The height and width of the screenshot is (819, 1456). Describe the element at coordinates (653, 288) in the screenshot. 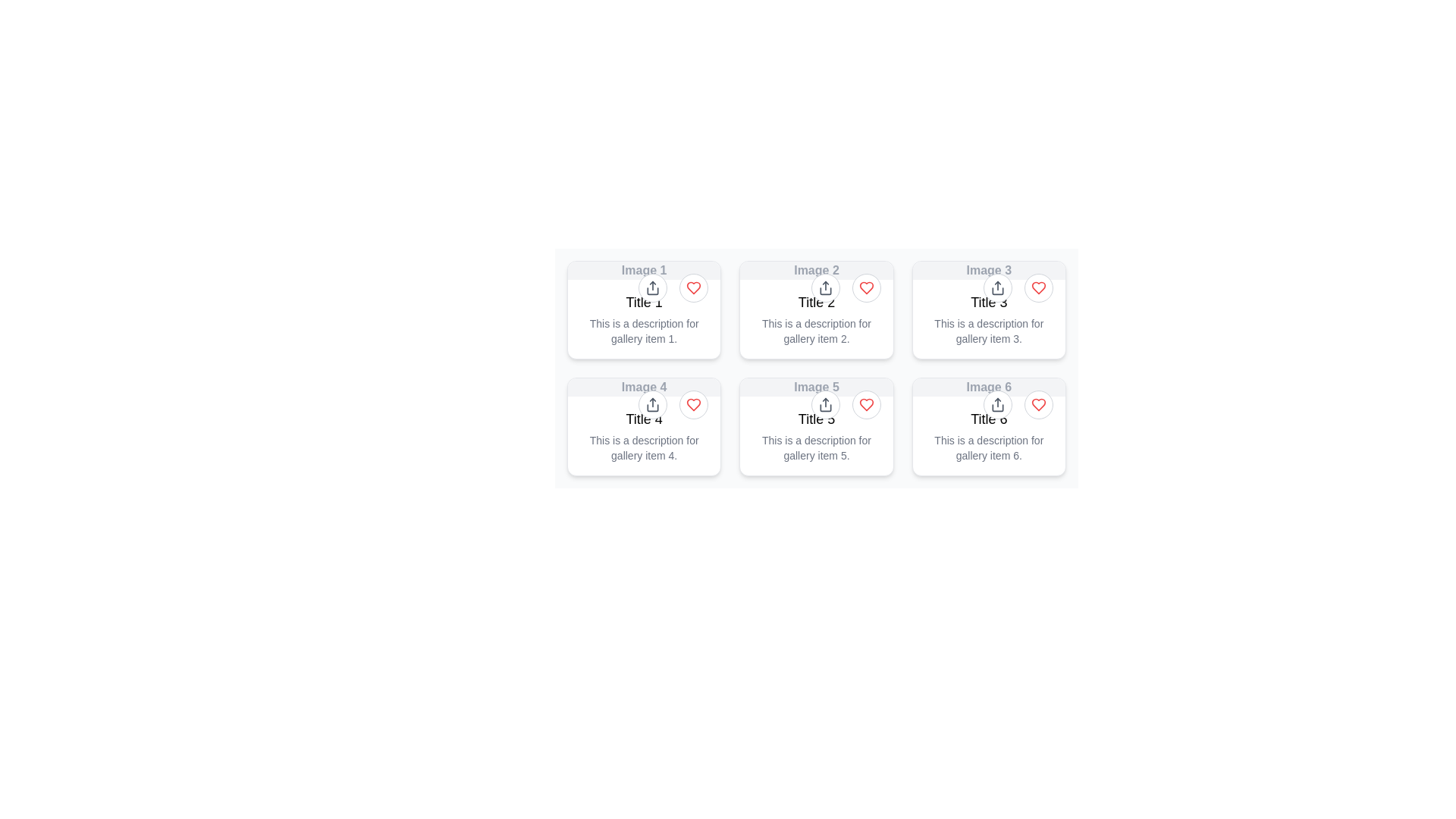

I see `the graphical icon styled as an upward arrow above 'Title 1' in the gallery grid` at that location.